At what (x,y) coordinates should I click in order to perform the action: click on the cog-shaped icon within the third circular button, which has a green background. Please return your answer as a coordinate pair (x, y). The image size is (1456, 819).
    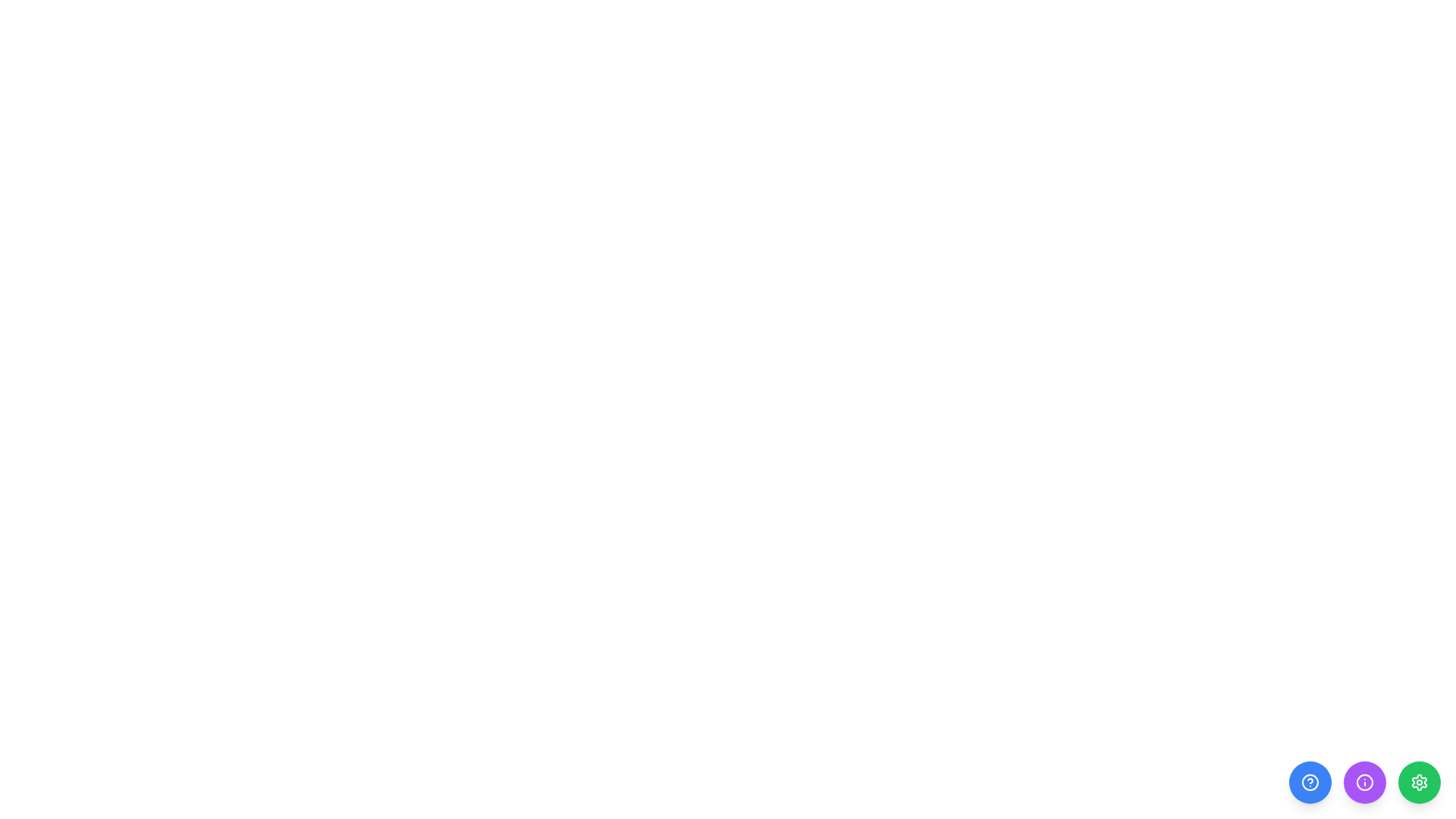
    Looking at the image, I should click on (1419, 783).